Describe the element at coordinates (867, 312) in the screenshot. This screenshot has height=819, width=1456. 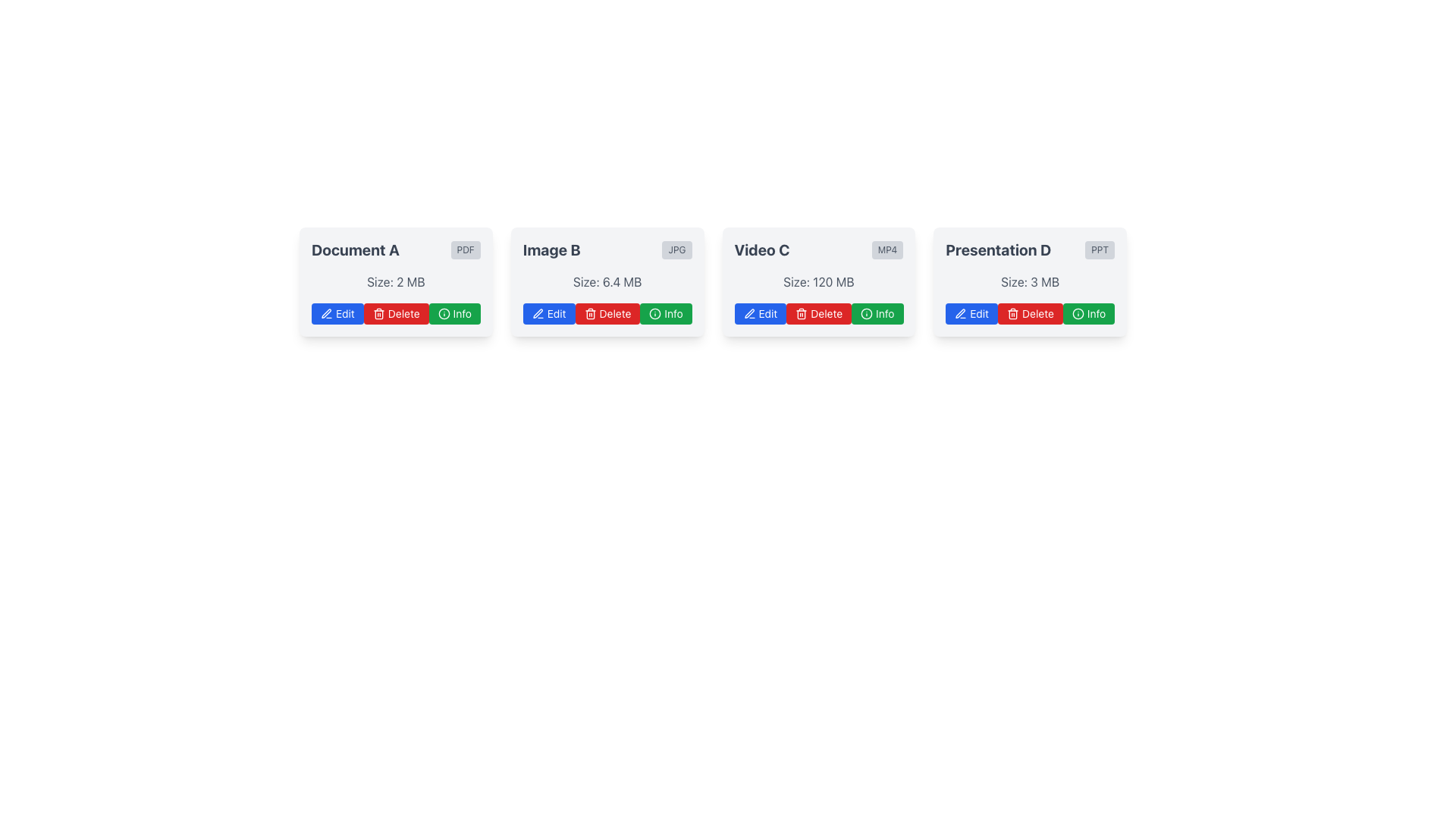
I see `the circular outline element of the 'info' icon located in the top-right corner of the 'Image B' file card` at that location.